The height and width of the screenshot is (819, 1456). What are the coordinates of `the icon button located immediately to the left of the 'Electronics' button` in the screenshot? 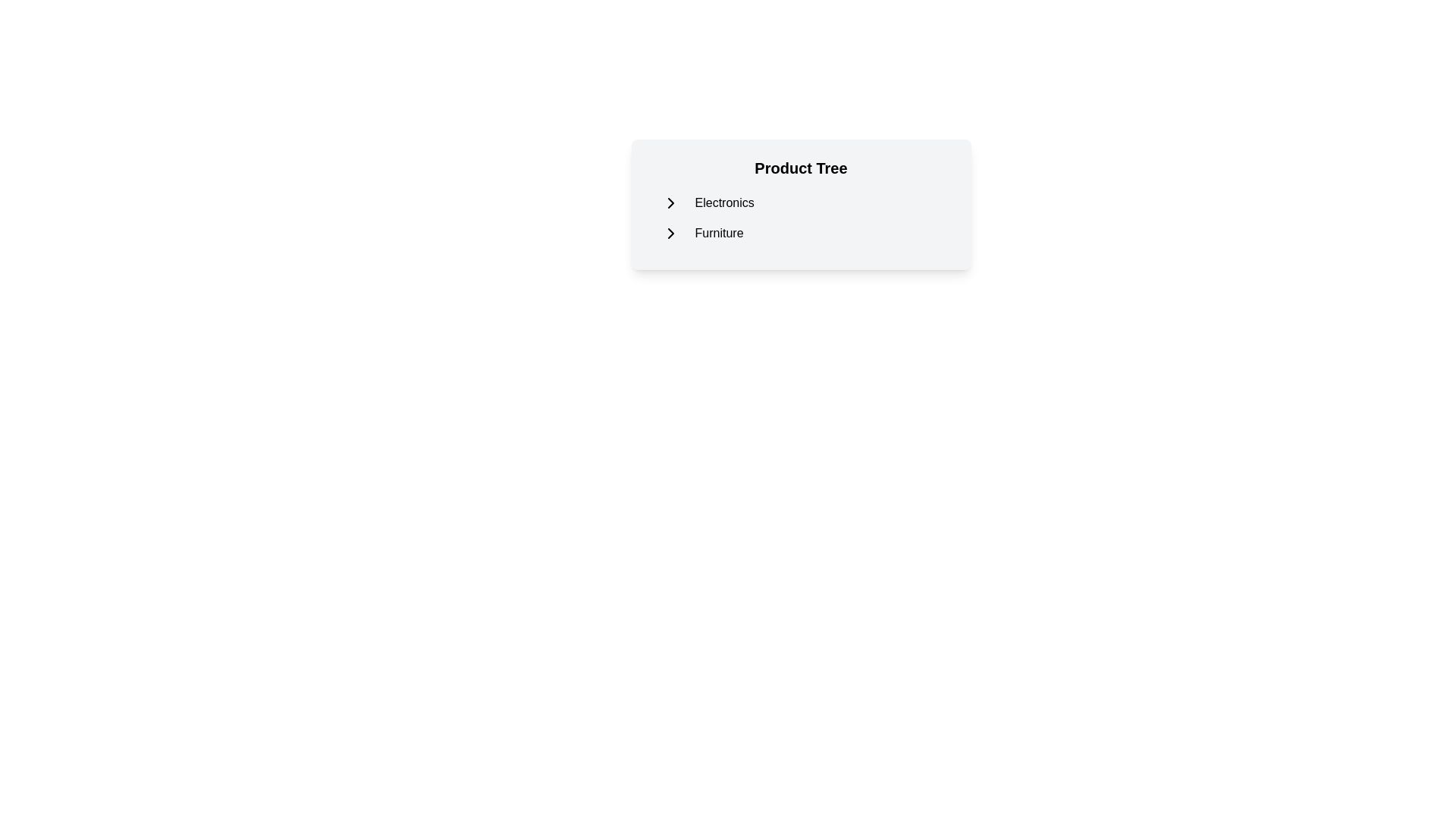 It's located at (670, 202).